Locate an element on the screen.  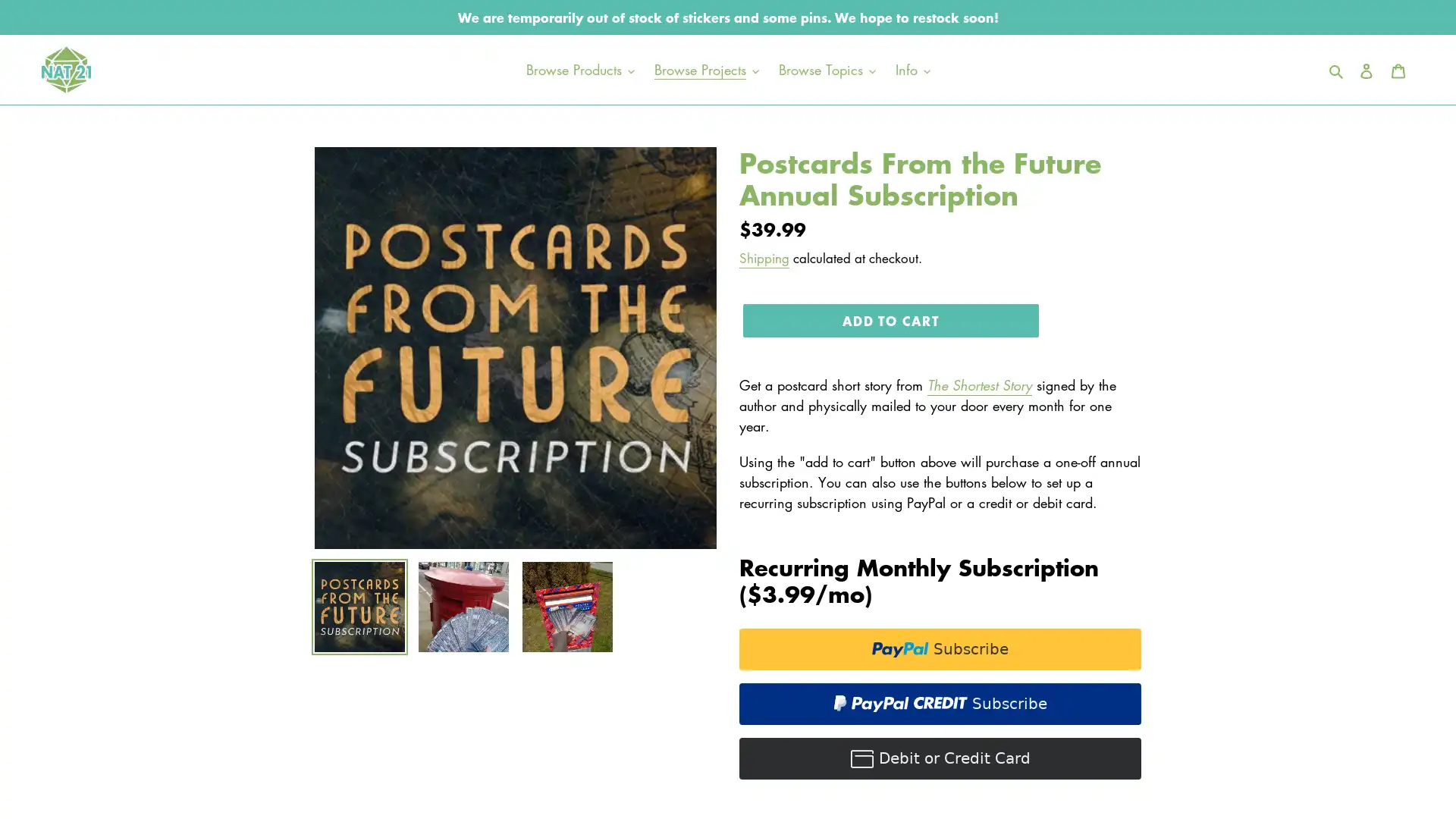
Browse Topics is located at coordinates (825, 69).